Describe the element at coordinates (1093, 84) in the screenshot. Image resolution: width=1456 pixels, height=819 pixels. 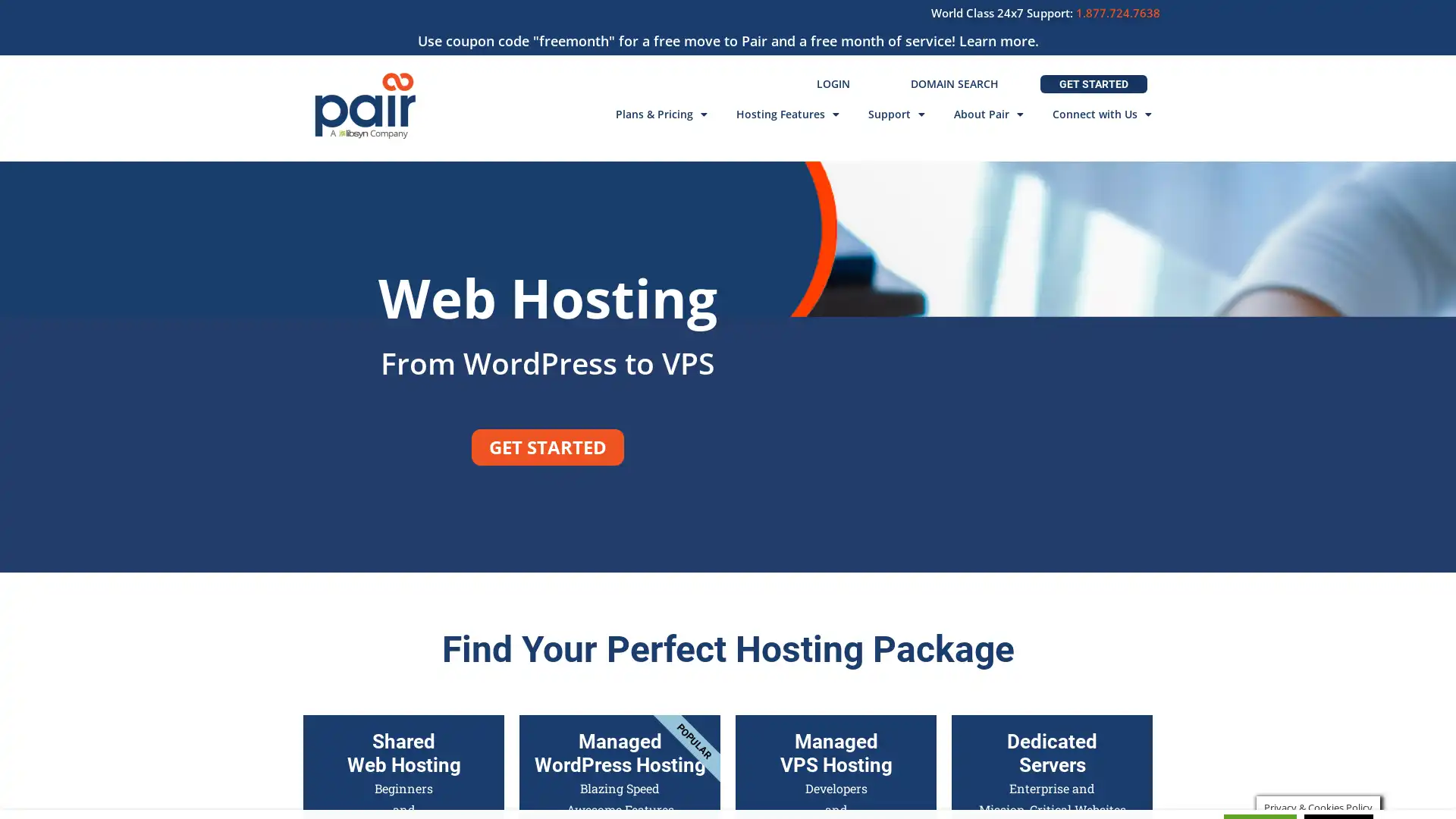
I see `GET STARTED` at that location.